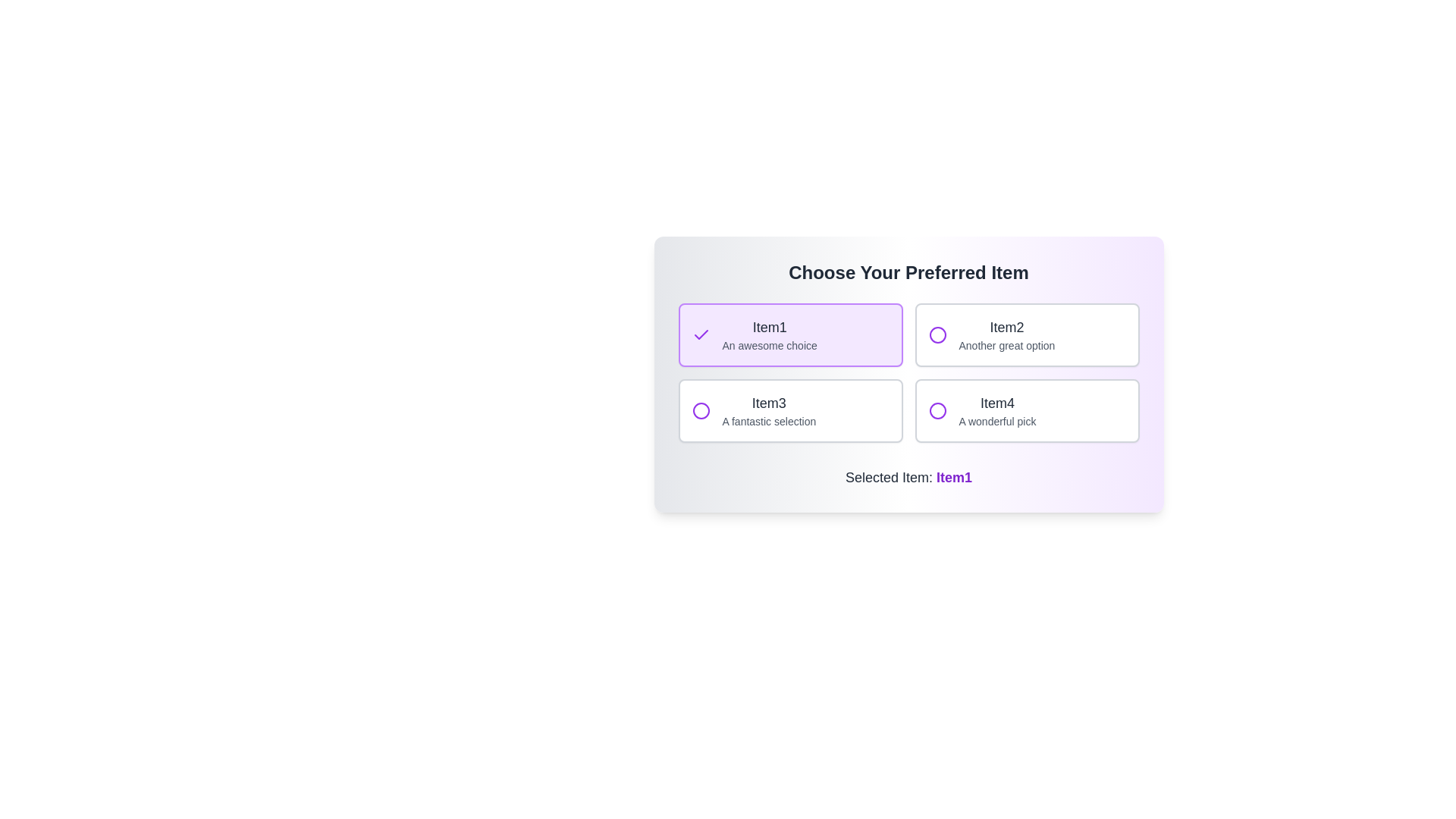 The image size is (1456, 819). Describe the element at coordinates (770, 345) in the screenshot. I see `the Text Label that provides additional information for the 'Item1' selectable option, located directly below the 'Item1' label in the top-left quadrant of the interface` at that location.